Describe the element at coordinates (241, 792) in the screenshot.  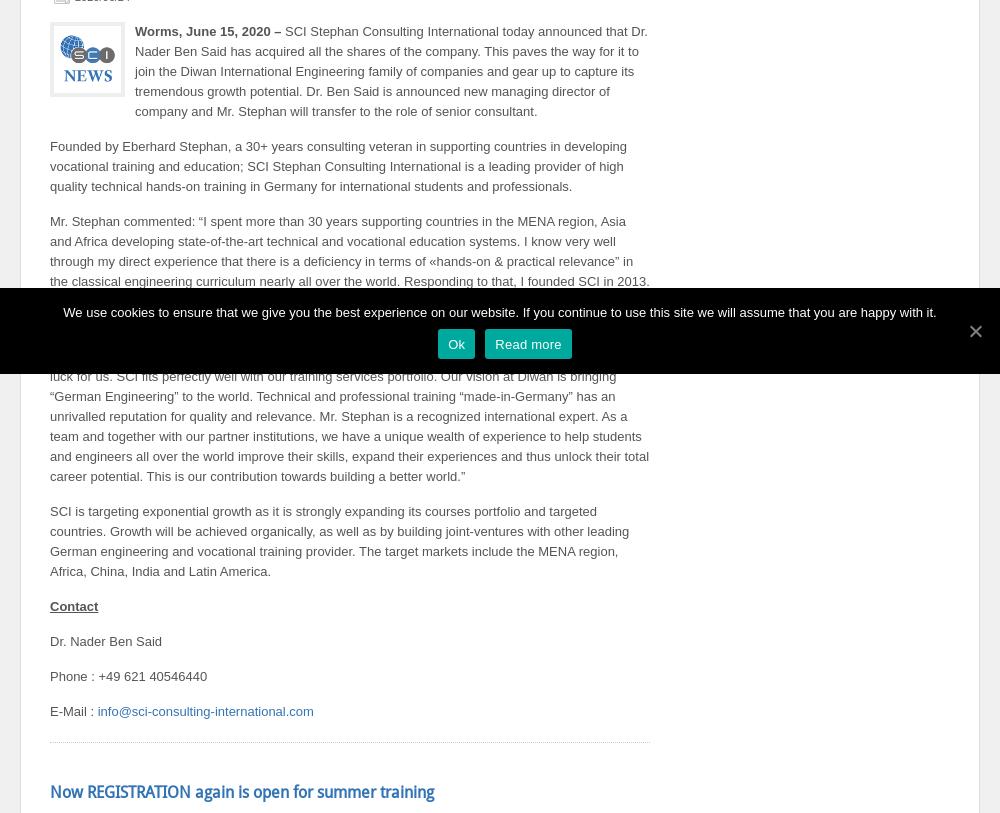
I see `'Now REGISTRATION again is open for summer training'` at that location.